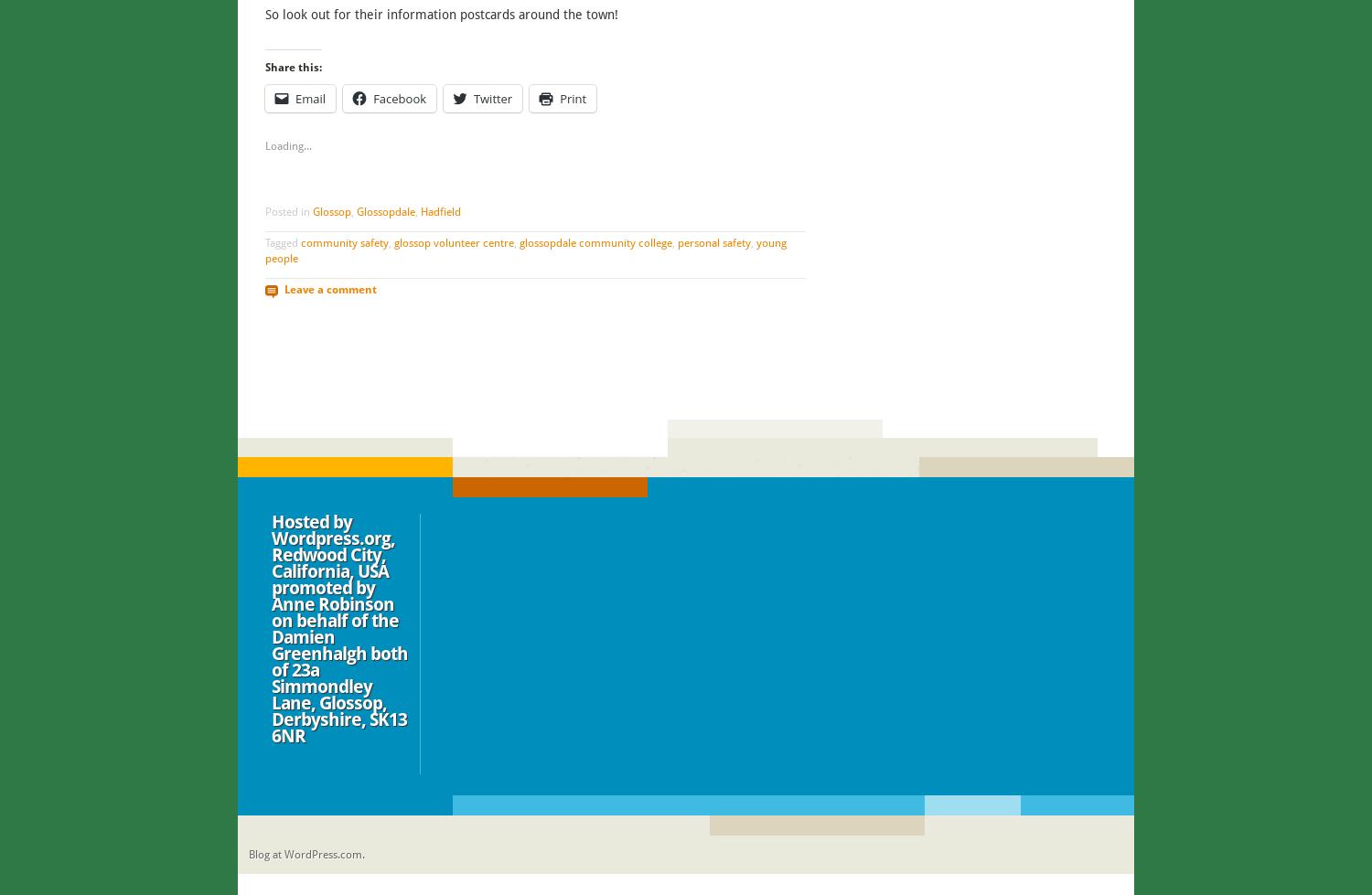 The height and width of the screenshot is (895, 1372). What do you see at coordinates (328, 289) in the screenshot?
I see `'Leave a comment'` at bounding box center [328, 289].